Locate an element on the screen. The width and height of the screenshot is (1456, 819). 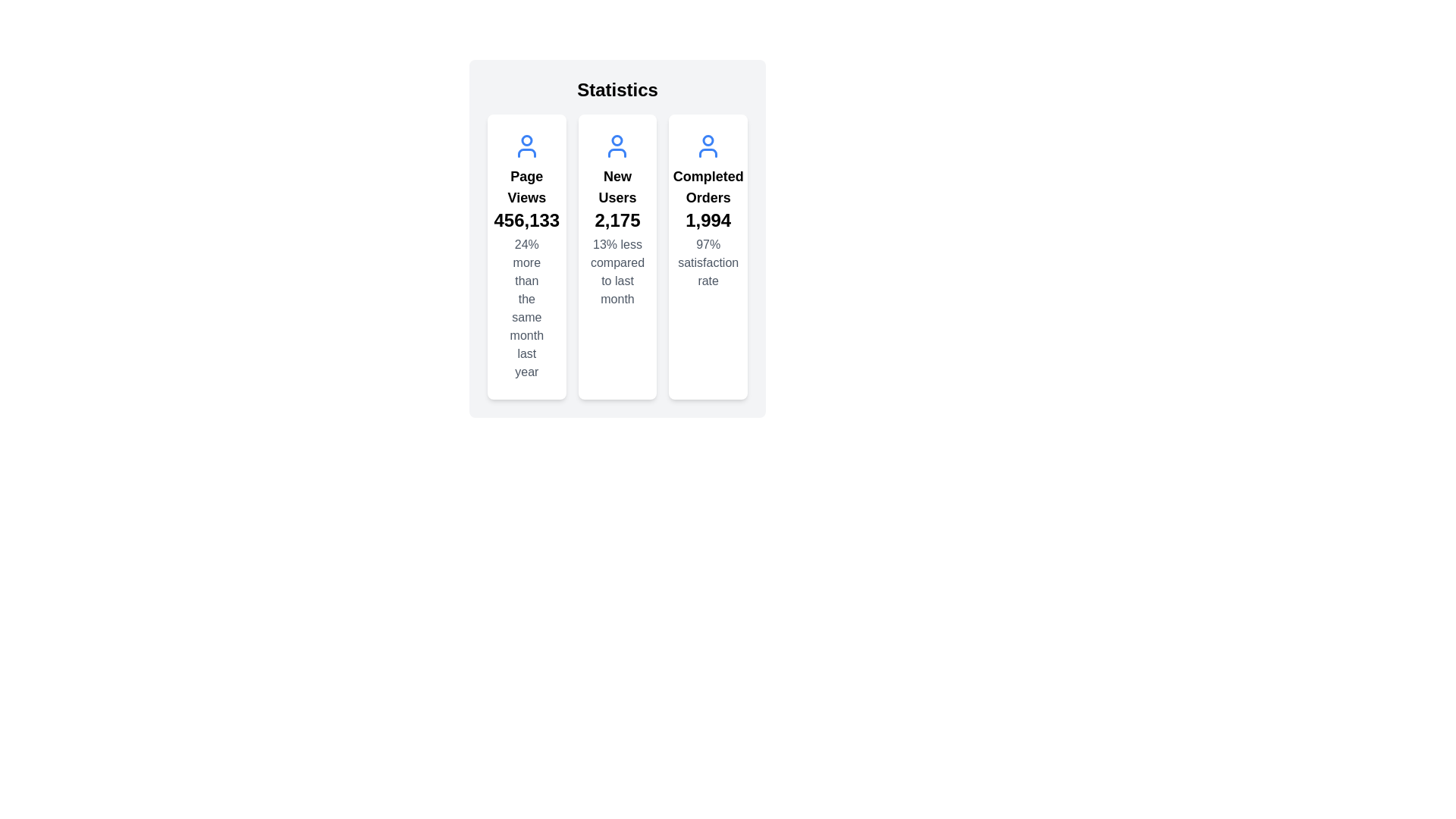
the 'Page Views' Informational Card located in the leftmost column of the grid if it is interactive is located at coordinates (526, 256).